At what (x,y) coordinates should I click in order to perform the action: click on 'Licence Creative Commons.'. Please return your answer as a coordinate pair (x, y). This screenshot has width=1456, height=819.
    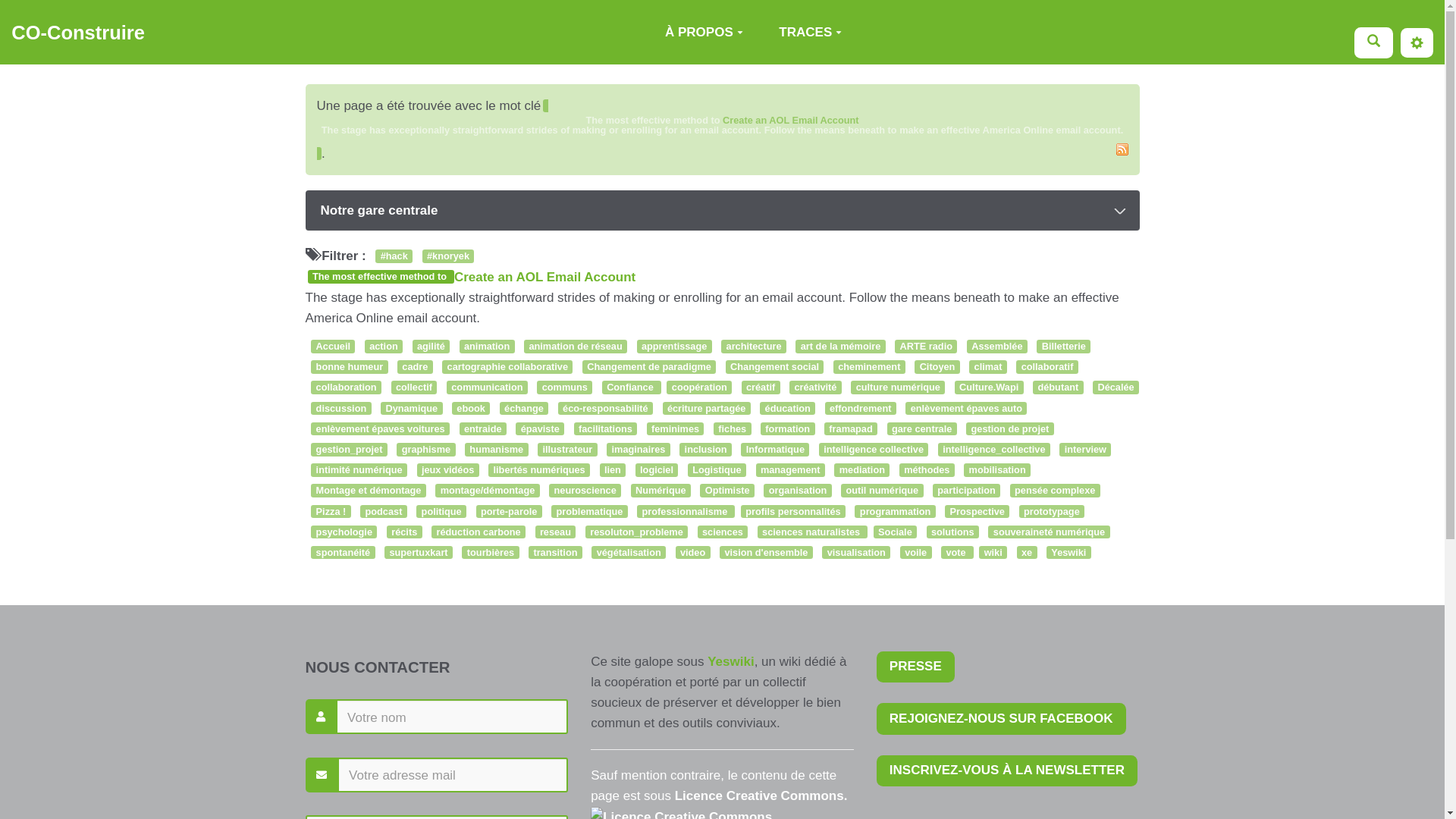
    Looking at the image, I should click on (761, 795).